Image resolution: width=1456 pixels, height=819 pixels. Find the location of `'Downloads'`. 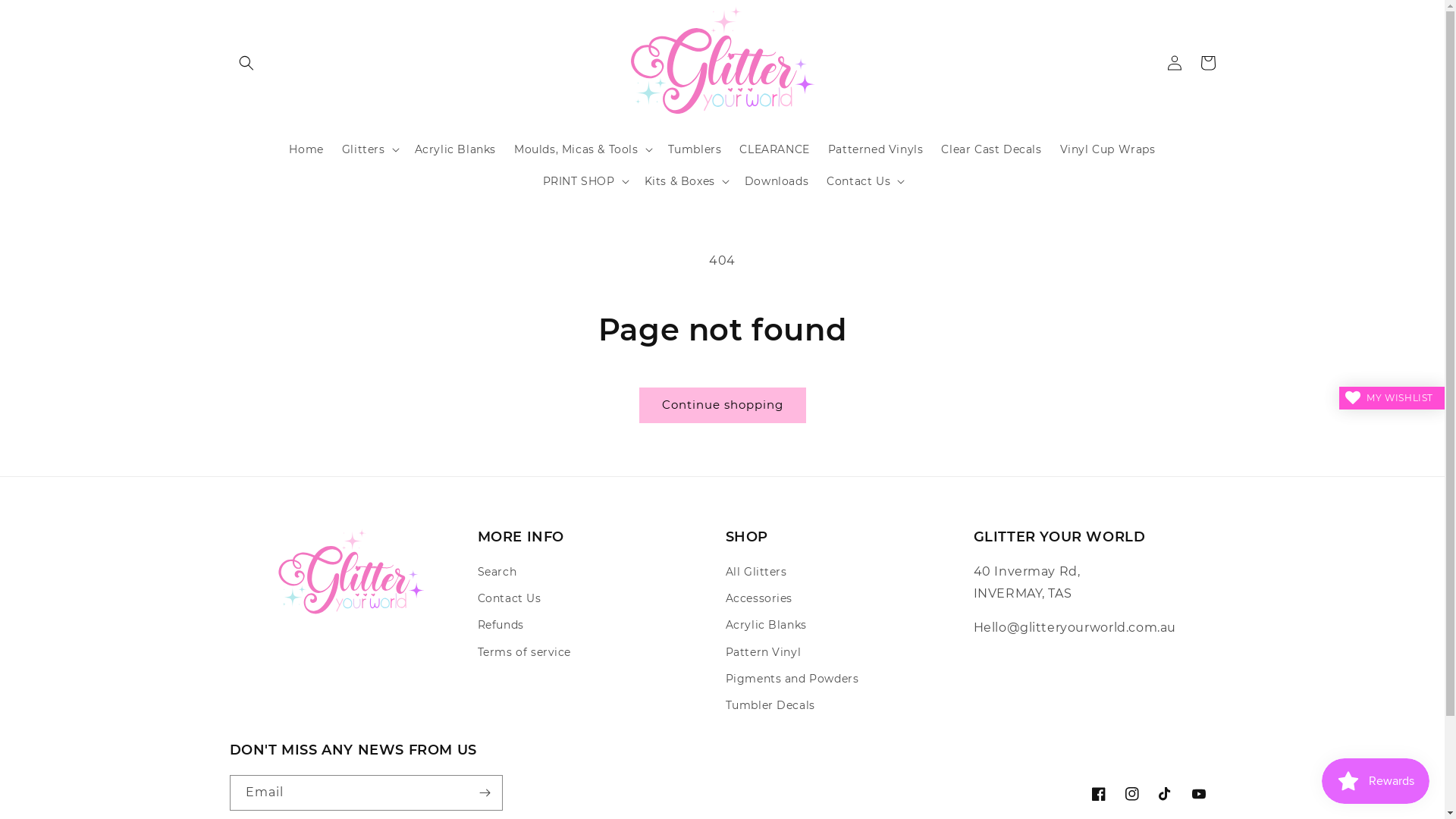

'Downloads' is located at coordinates (776, 180).